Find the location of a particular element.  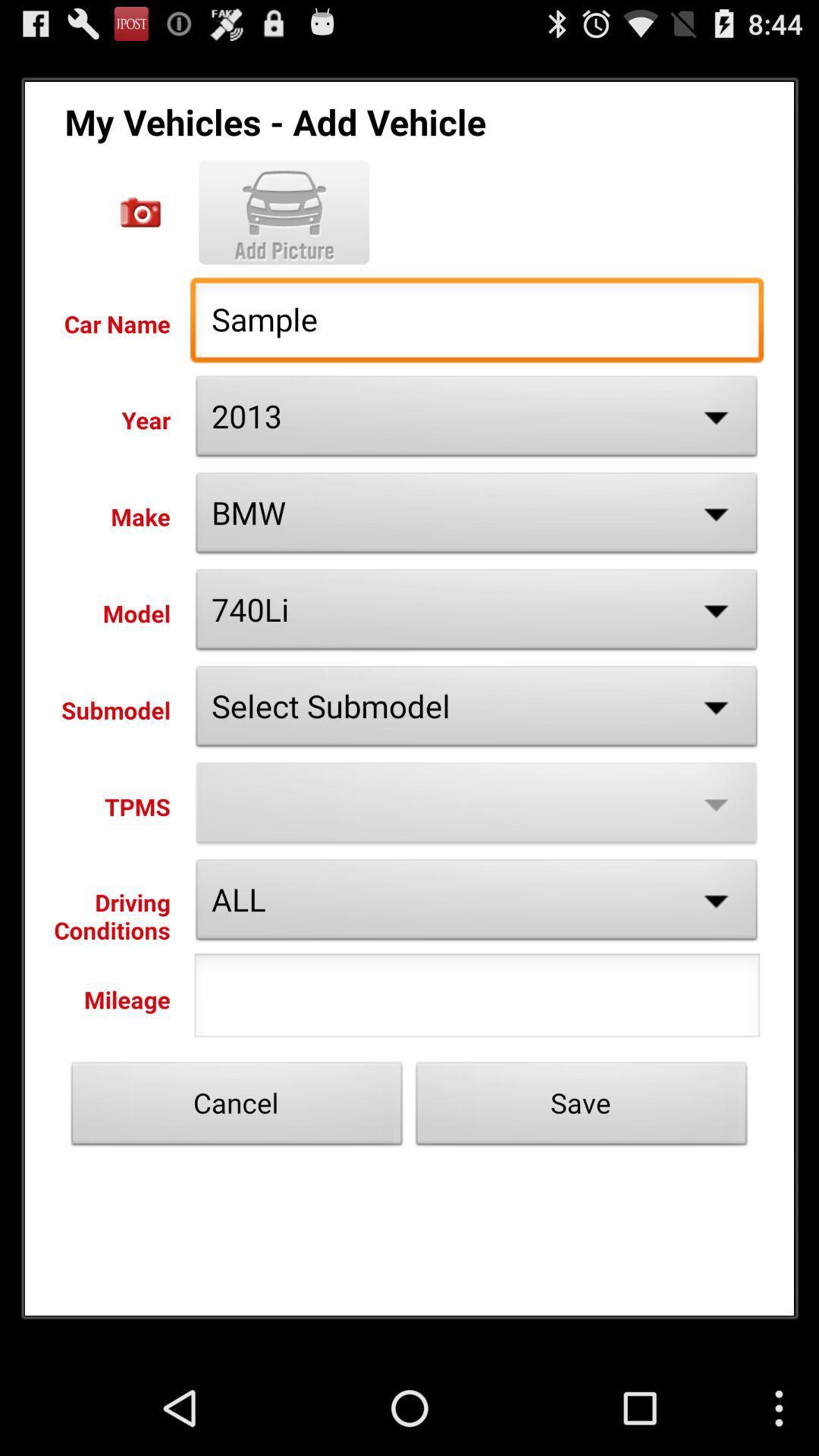

upload car image is located at coordinates (284, 212).